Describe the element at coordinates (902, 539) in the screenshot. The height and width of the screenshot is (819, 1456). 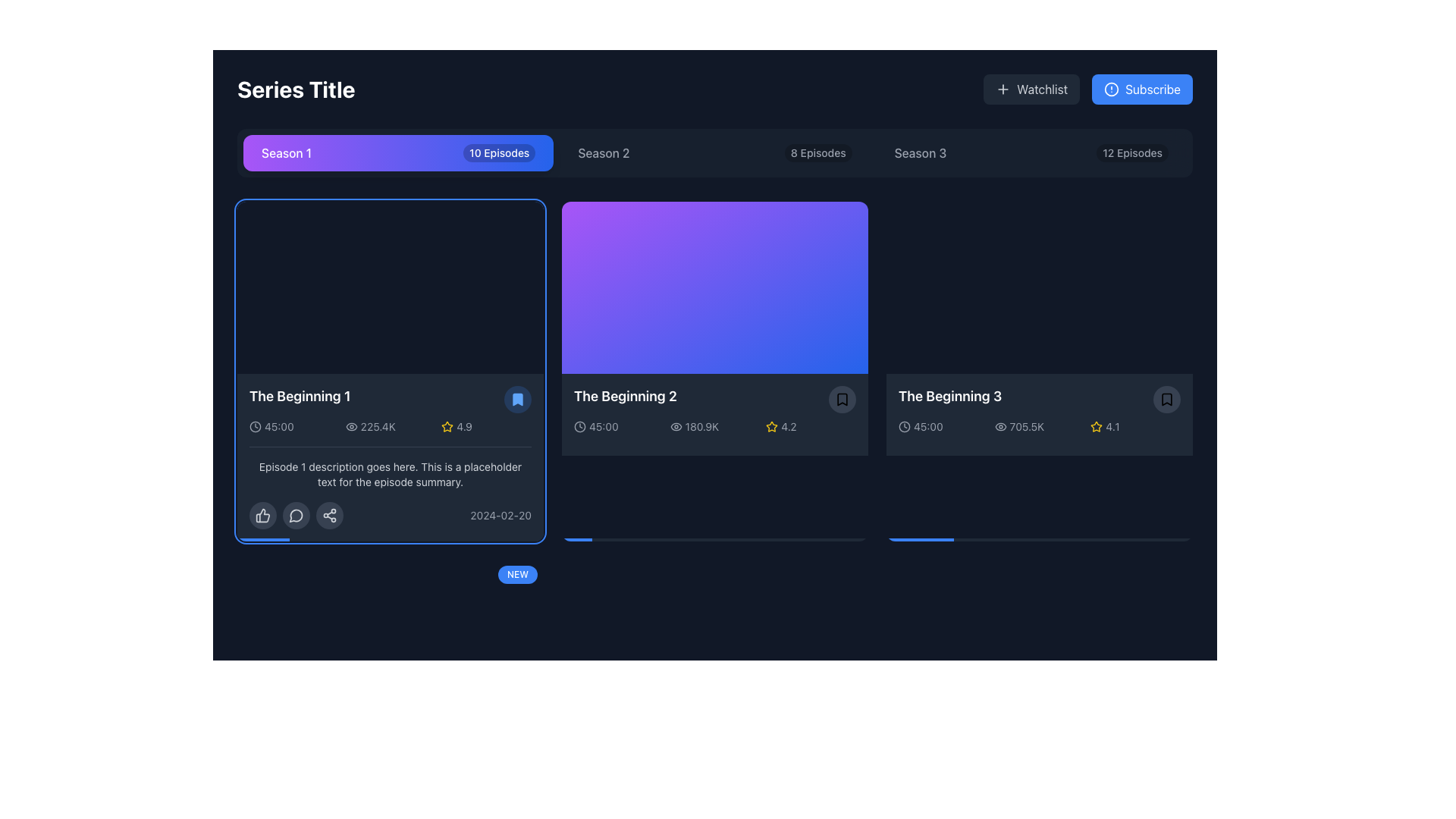
I see `progress level` at that location.